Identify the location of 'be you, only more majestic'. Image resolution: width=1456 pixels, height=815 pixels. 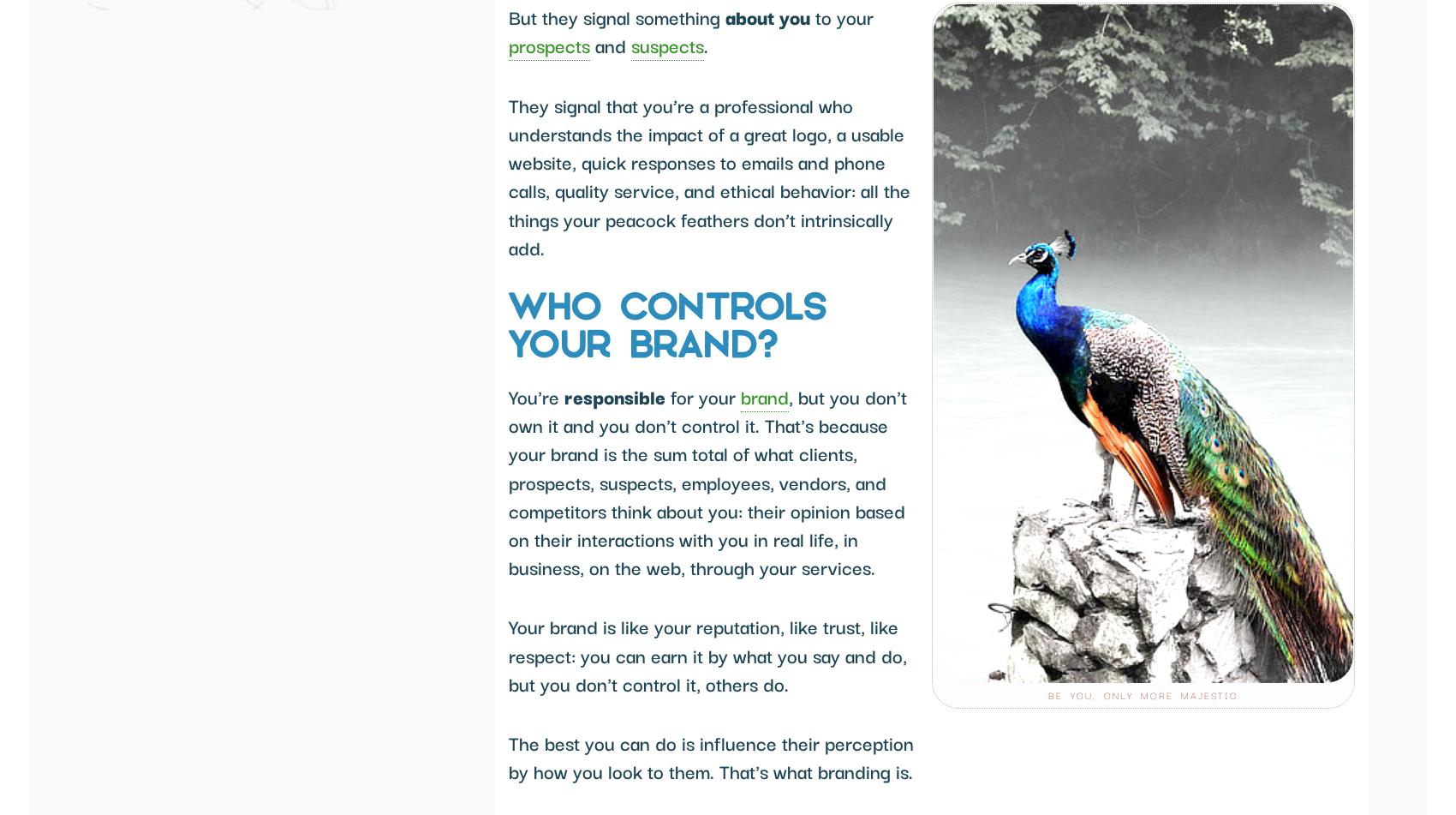
(1047, 694).